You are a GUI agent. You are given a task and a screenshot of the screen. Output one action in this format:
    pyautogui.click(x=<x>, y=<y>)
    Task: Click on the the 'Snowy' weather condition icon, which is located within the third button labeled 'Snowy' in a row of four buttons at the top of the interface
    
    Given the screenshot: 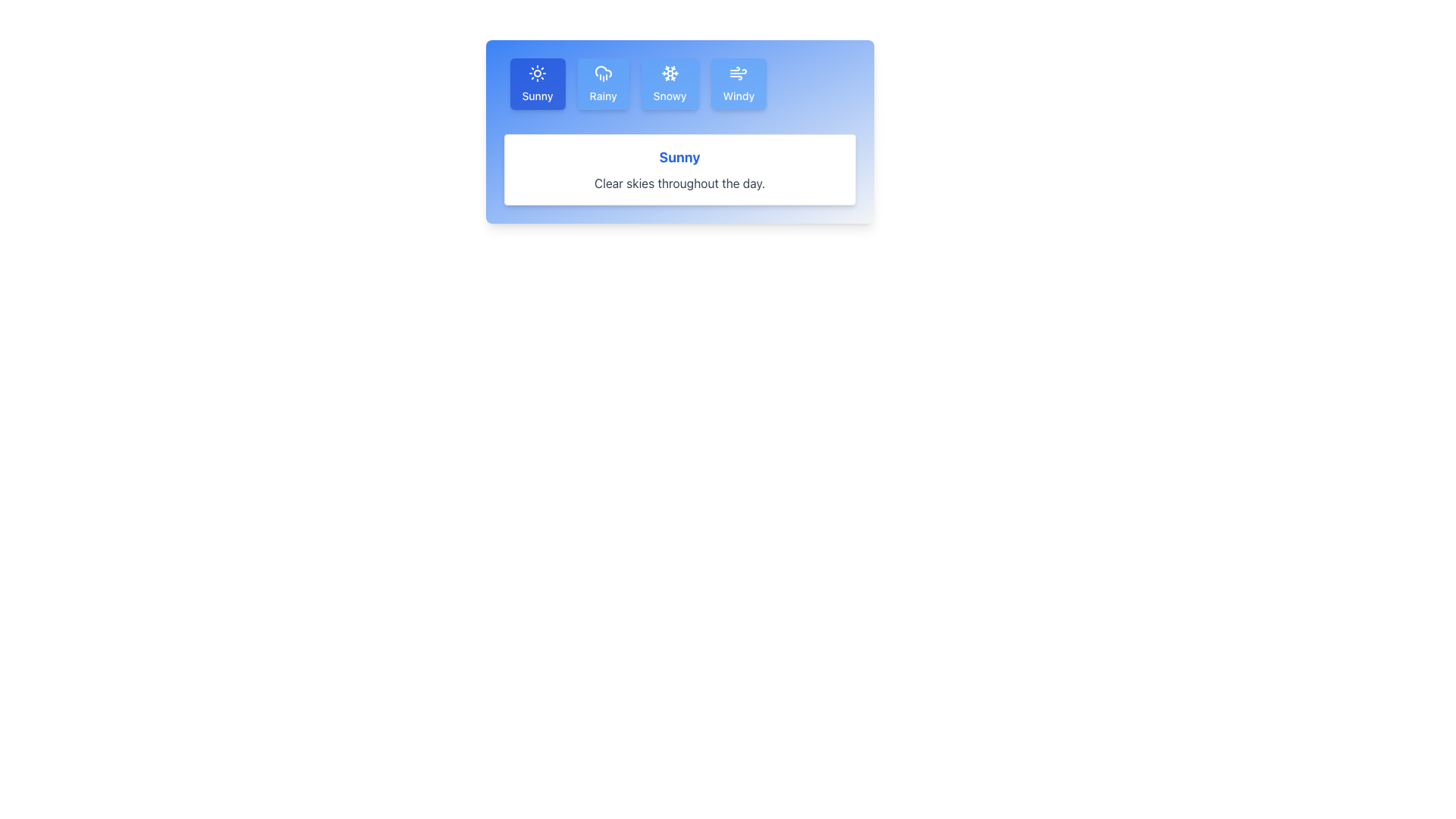 What is the action you would take?
    pyautogui.click(x=669, y=73)
    